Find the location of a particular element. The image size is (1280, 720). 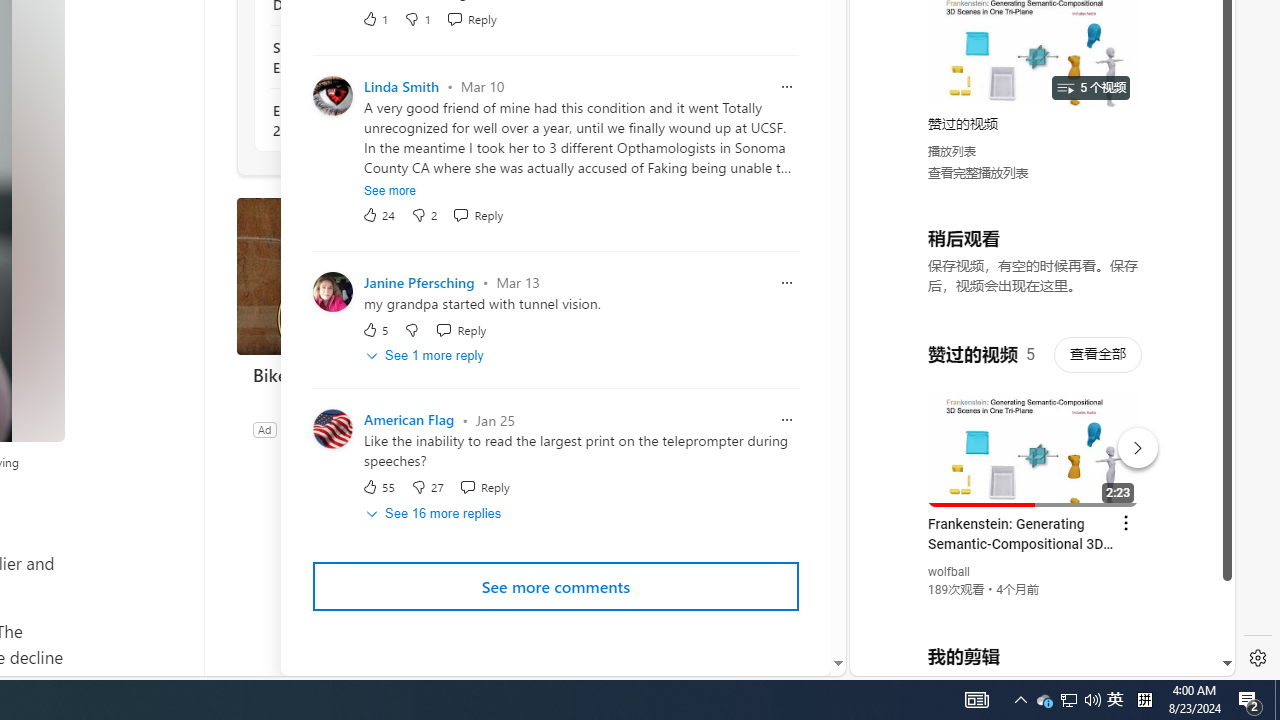

'Linda Smith' is located at coordinates (400, 85).